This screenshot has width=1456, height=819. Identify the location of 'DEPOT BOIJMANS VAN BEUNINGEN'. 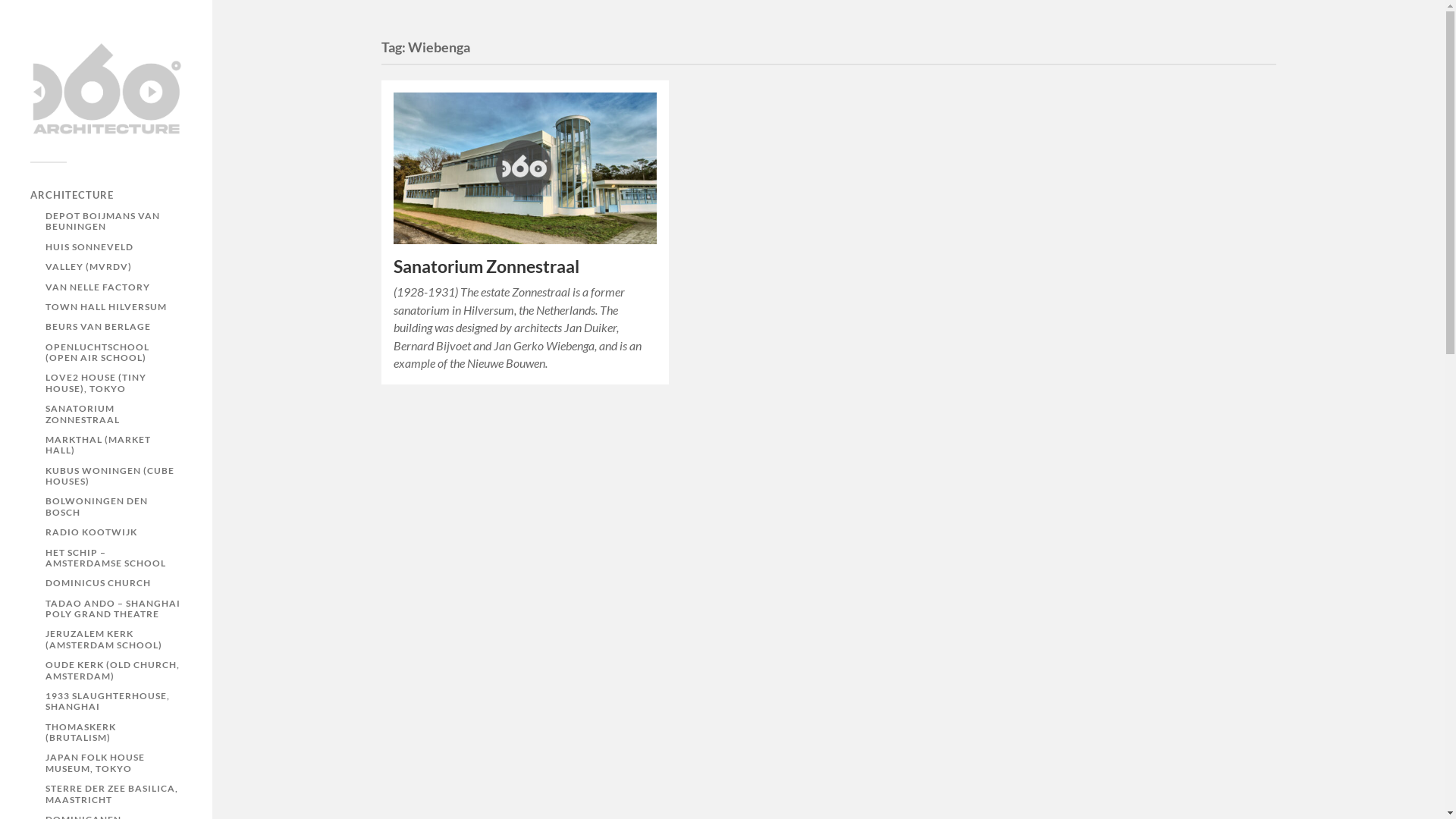
(102, 221).